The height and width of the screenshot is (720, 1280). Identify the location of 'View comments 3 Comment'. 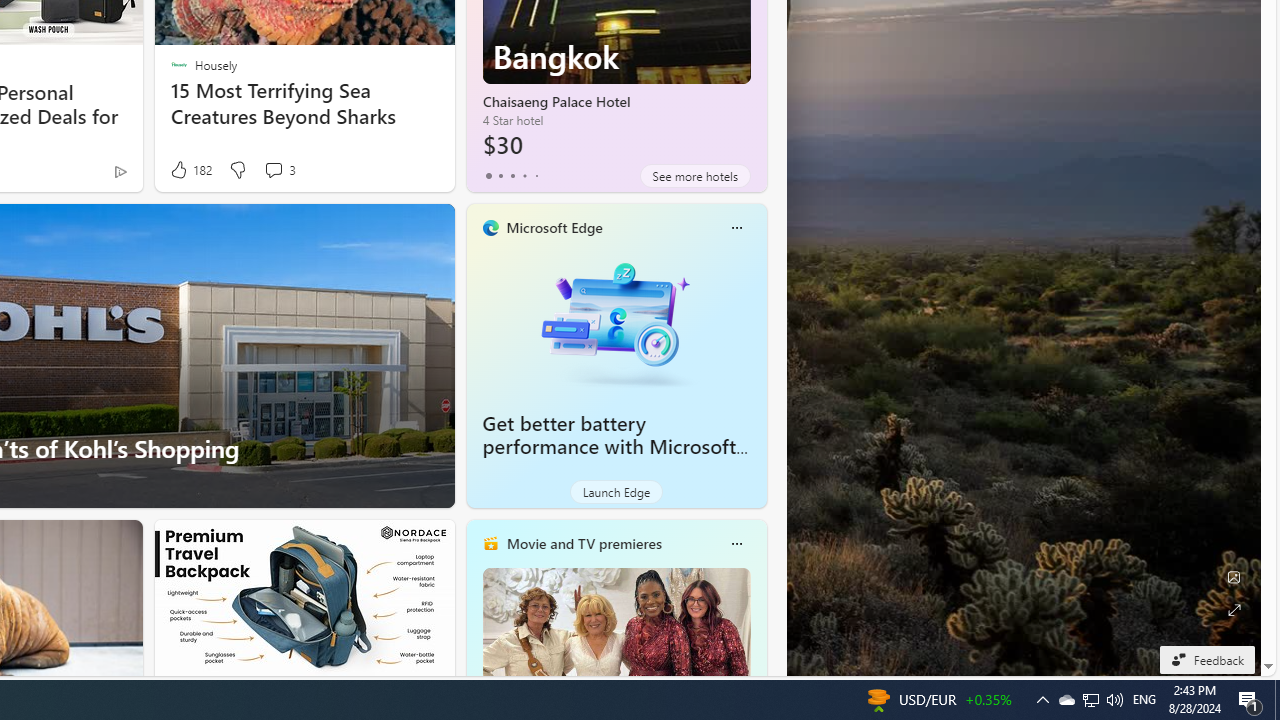
(278, 169).